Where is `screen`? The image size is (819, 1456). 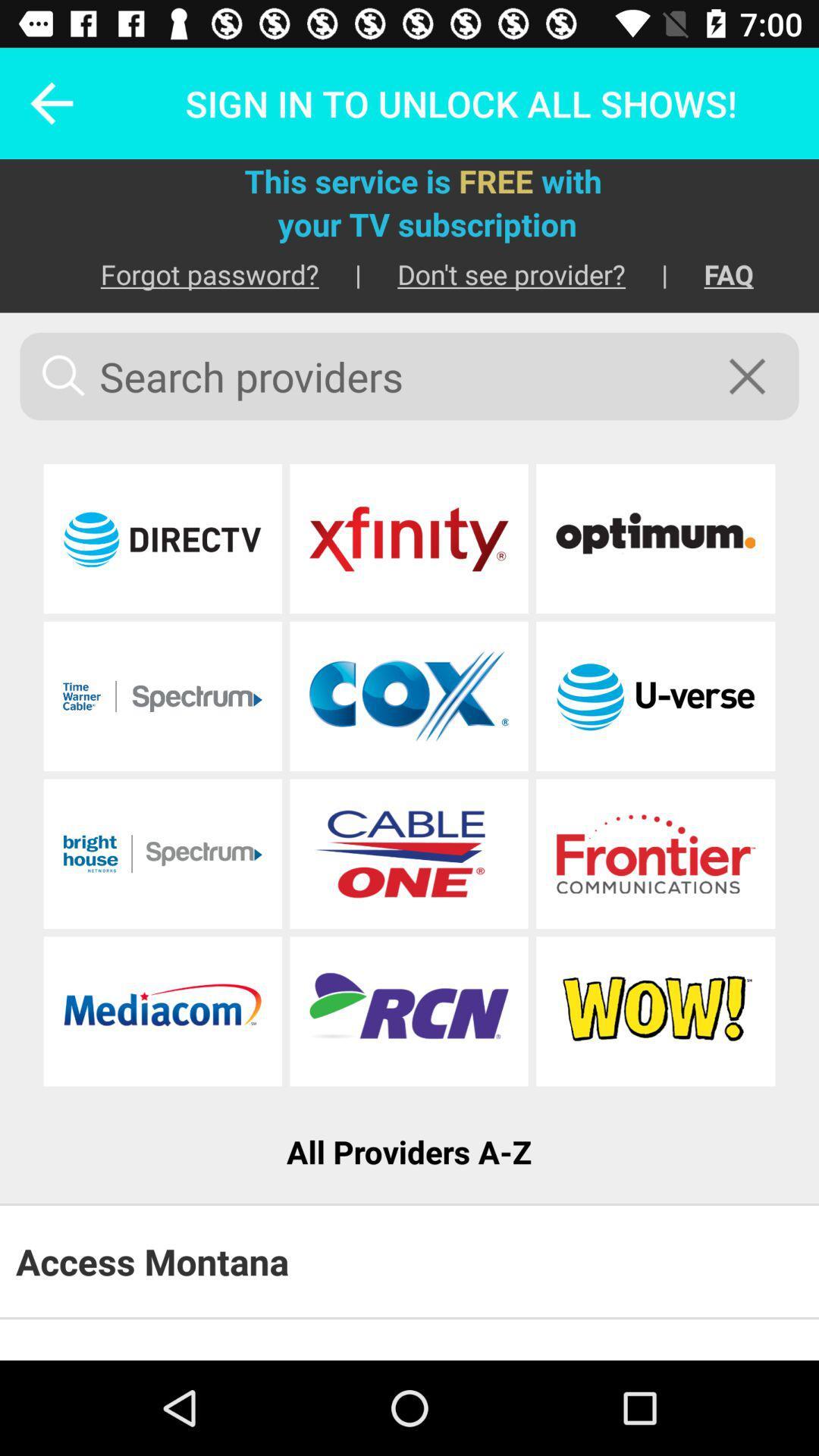 screen is located at coordinates (757, 376).